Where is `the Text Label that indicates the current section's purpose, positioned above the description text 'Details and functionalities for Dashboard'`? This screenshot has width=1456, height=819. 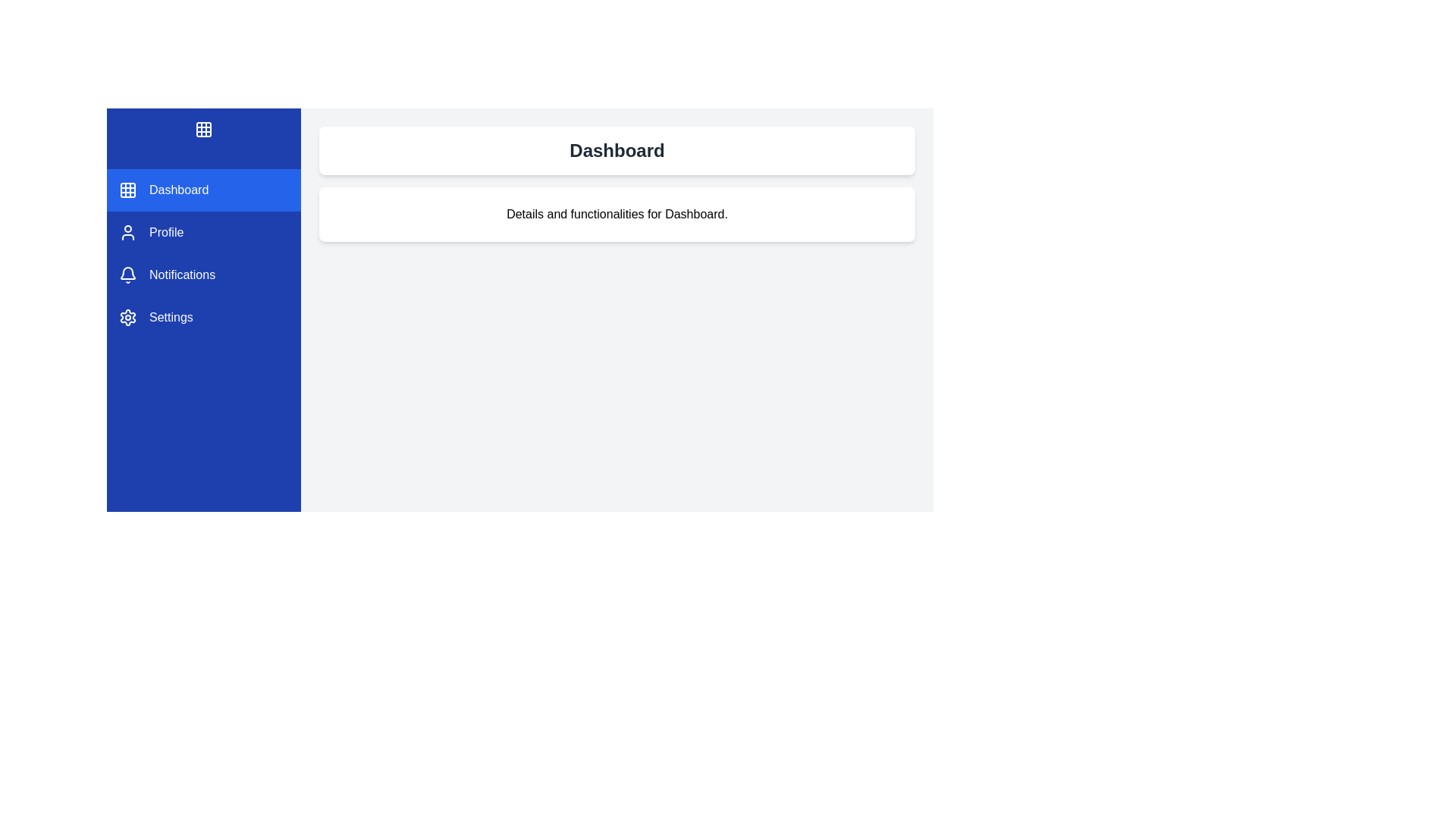 the Text Label that indicates the current section's purpose, positioned above the description text 'Details and functionalities for Dashboard' is located at coordinates (617, 151).